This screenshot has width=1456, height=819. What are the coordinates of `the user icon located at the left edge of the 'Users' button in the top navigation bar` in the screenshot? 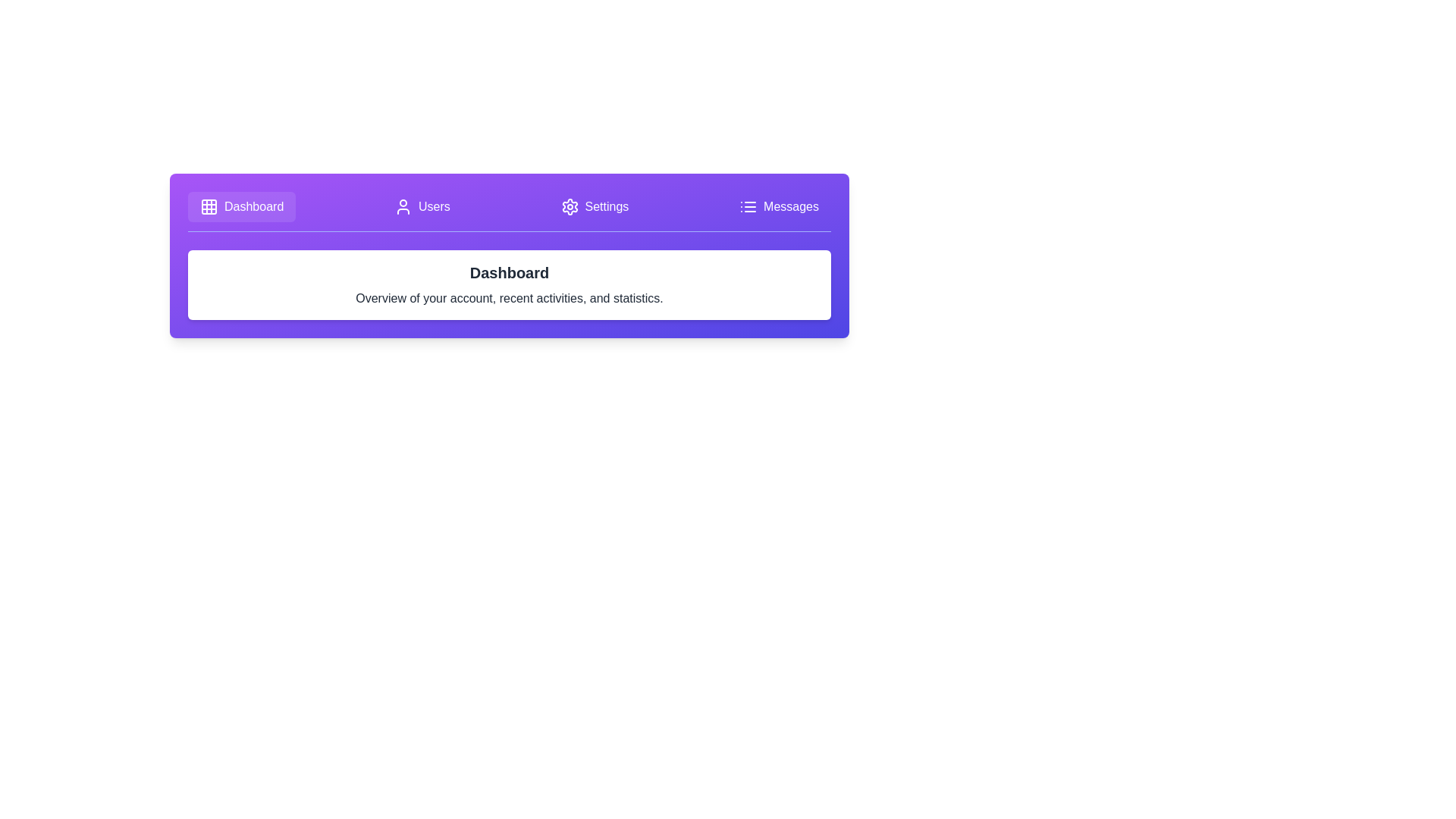 It's located at (403, 207).